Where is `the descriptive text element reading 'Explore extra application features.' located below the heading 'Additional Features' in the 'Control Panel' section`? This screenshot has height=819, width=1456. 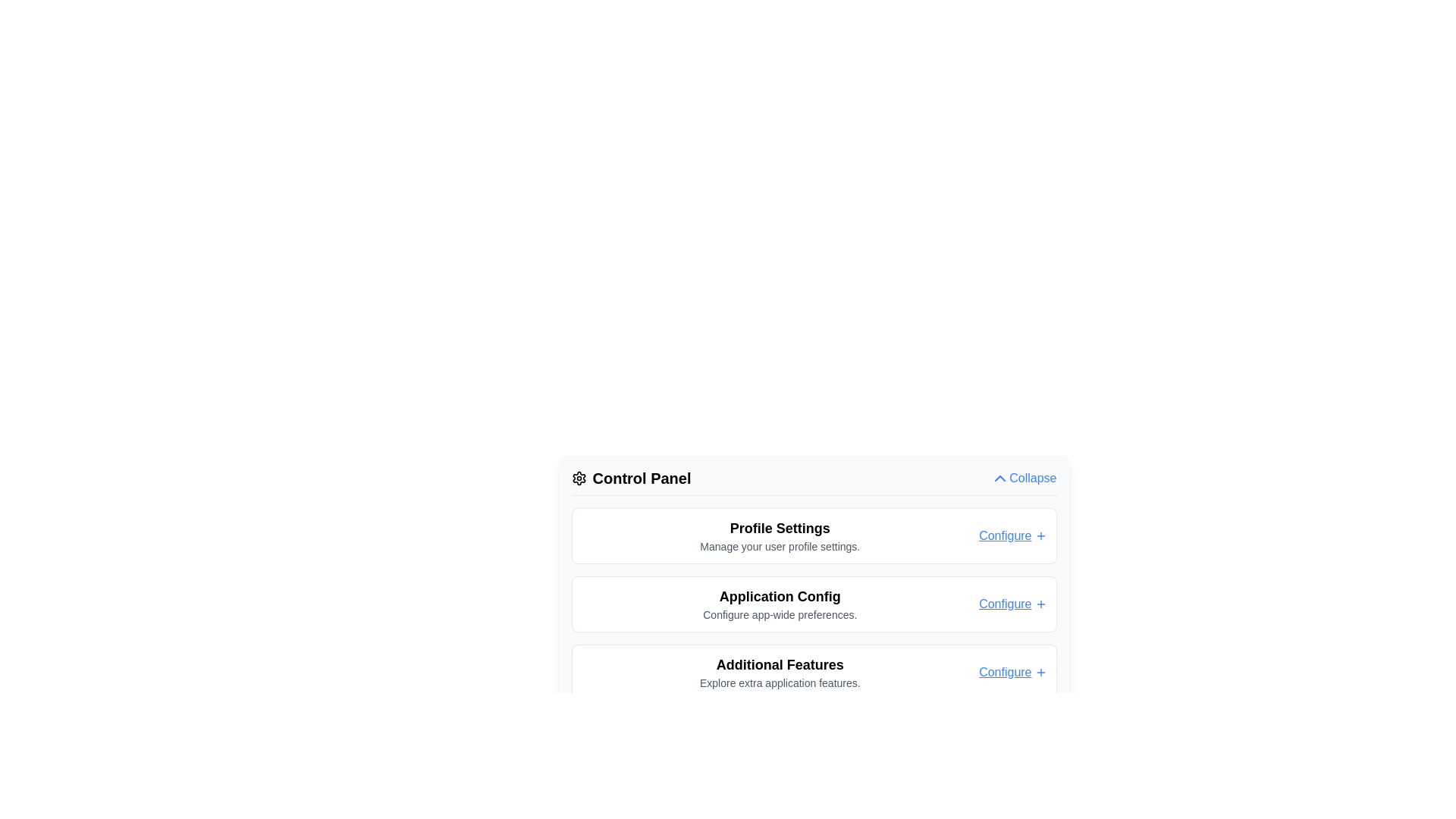
the descriptive text element reading 'Explore extra application features.' located below the heading 'Additional Features' in the 'Control Panel' section is located at coordinates (780, 683).